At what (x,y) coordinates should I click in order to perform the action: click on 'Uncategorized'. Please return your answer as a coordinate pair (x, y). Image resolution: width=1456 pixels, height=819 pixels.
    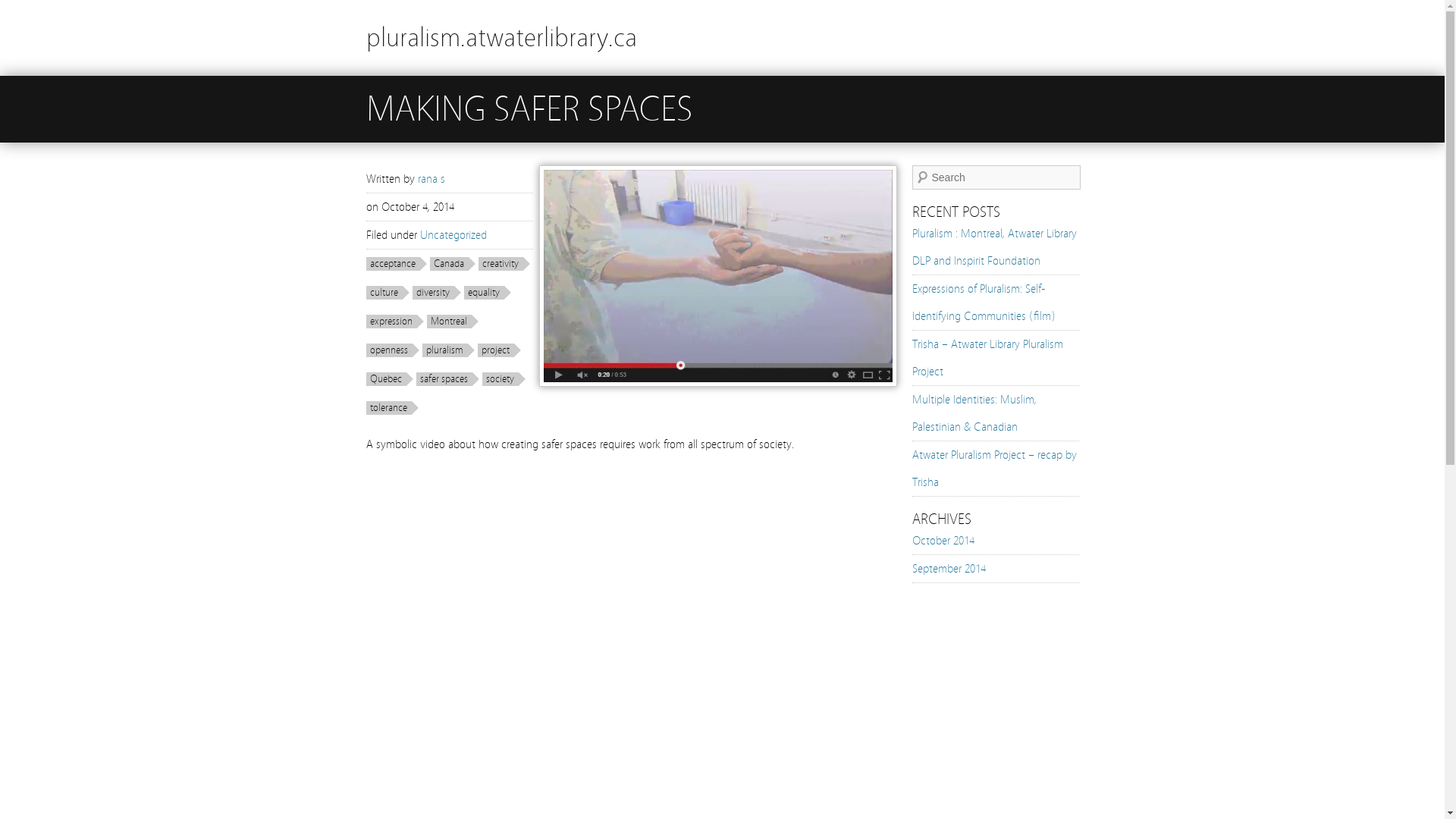
    Looking at the image, I should click on (453, 234).